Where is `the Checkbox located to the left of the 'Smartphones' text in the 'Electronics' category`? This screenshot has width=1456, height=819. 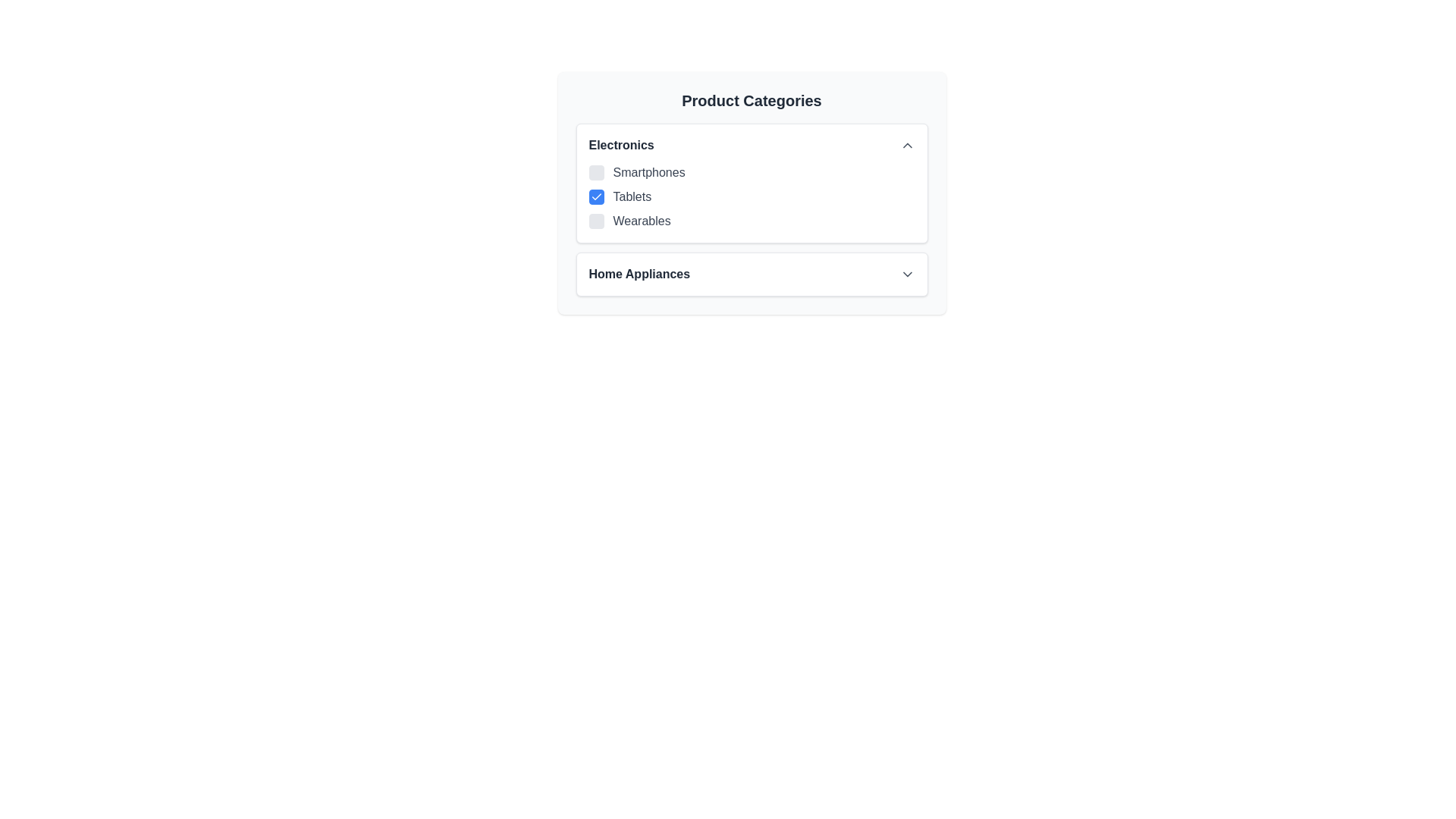
the Checkbox located to the left of the 'Smartphones' text in the 'Electronics' category is located at coordinates (595, 171).